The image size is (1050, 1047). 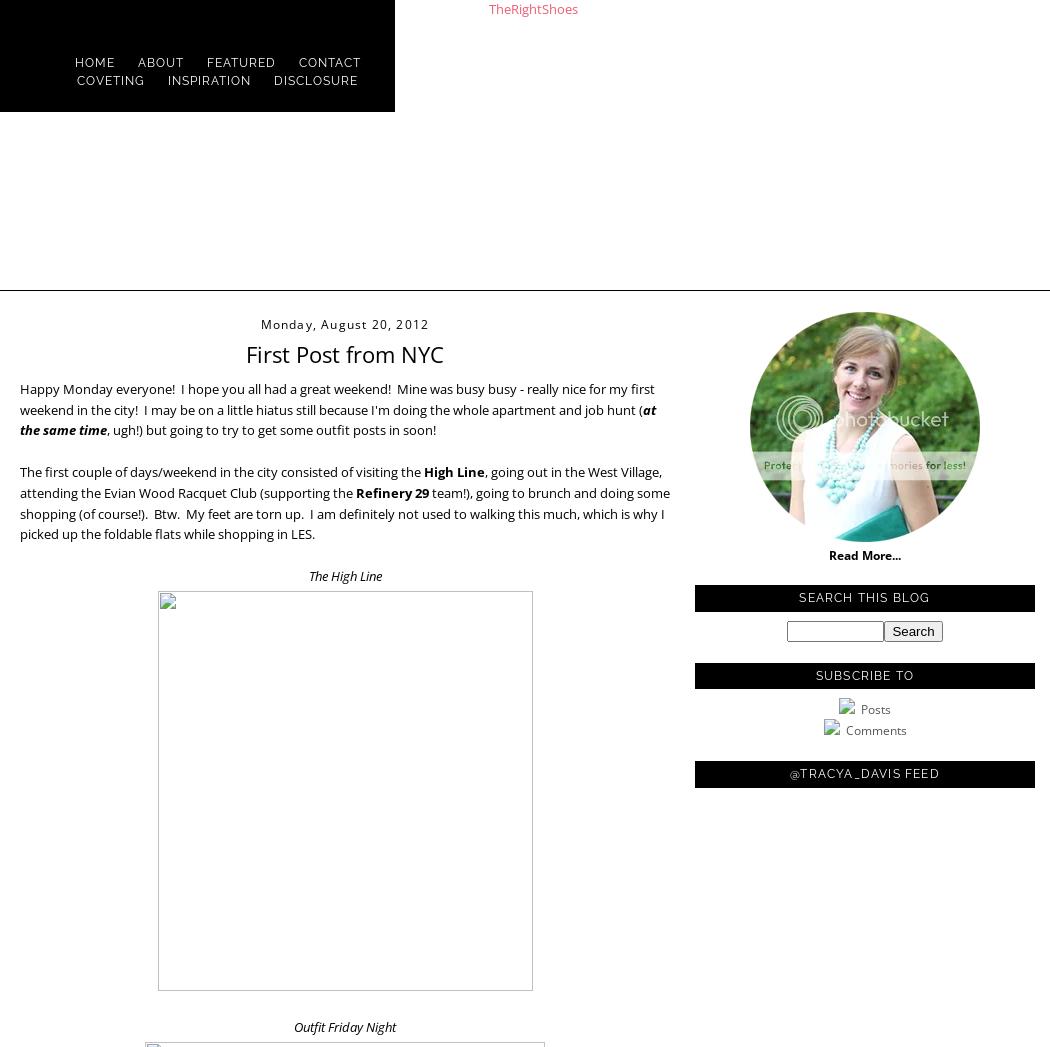 What do you see at coordinates (454, 471) in the screenshot?
I see `'High Line'` at bounding box center [454, 471].